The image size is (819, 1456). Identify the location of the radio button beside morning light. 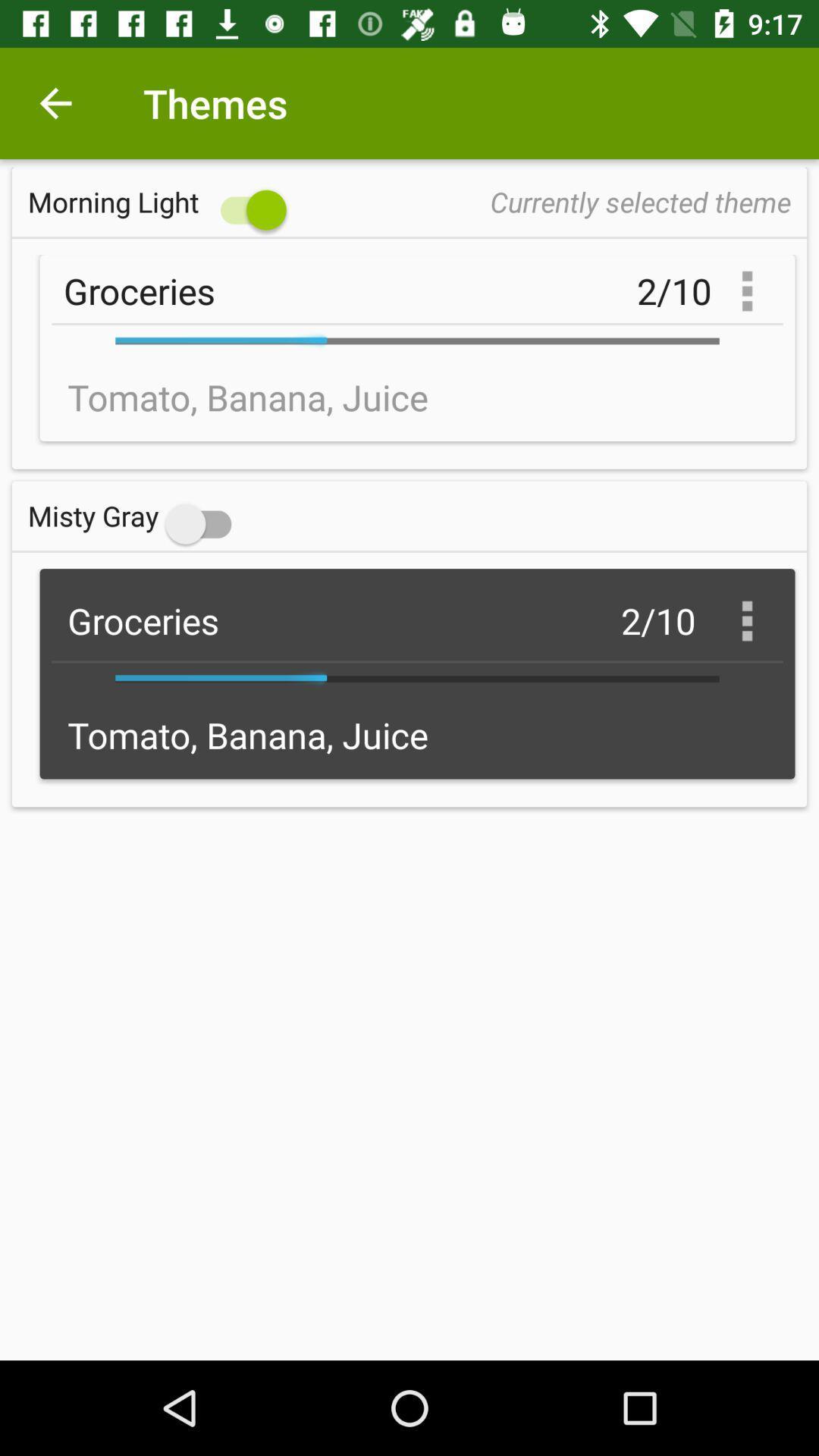
(161, 201).